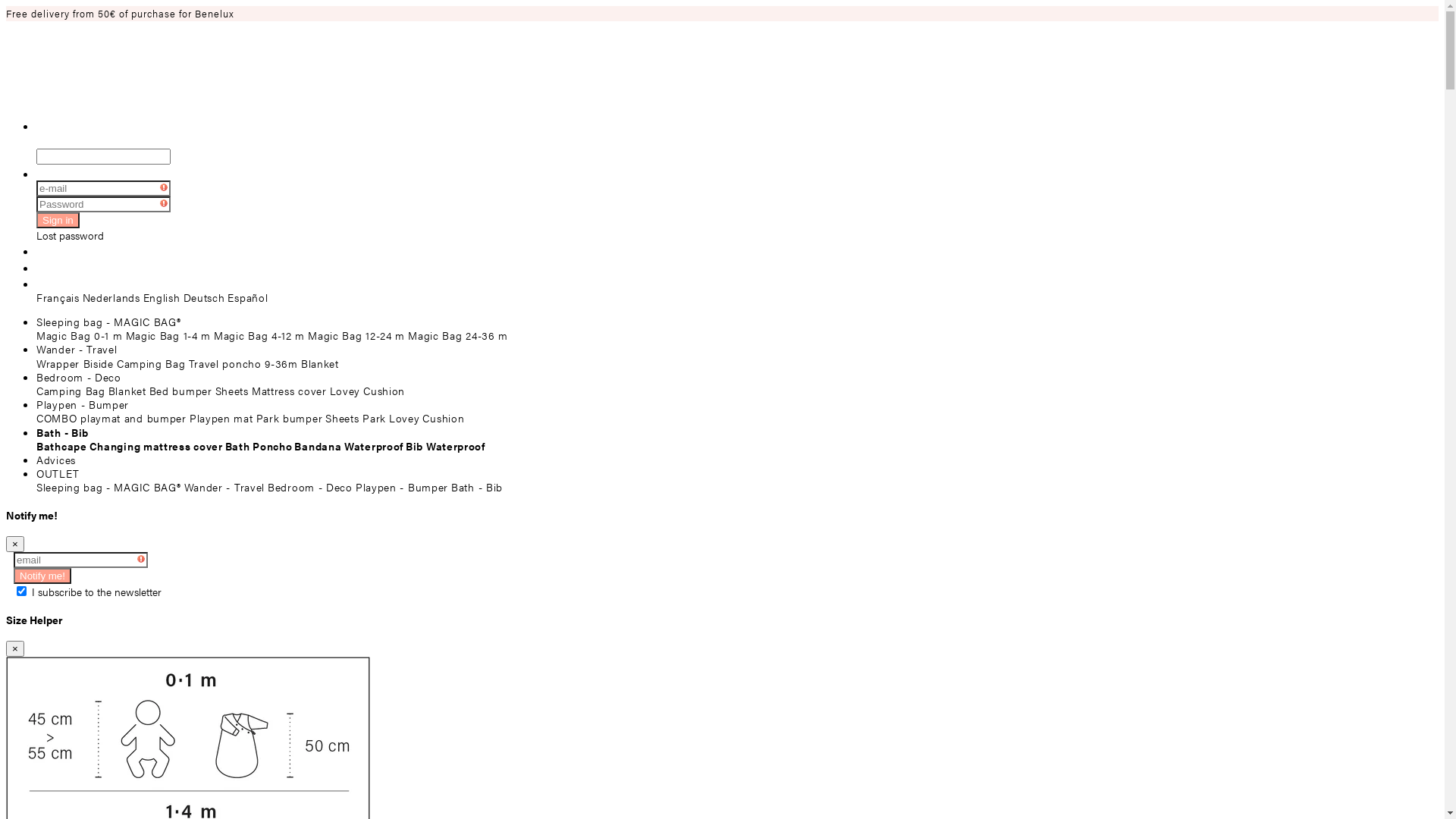 This screenshot has height=819, width=1456. I want to click on 'Bandana Waterproof', so click(348, 444).